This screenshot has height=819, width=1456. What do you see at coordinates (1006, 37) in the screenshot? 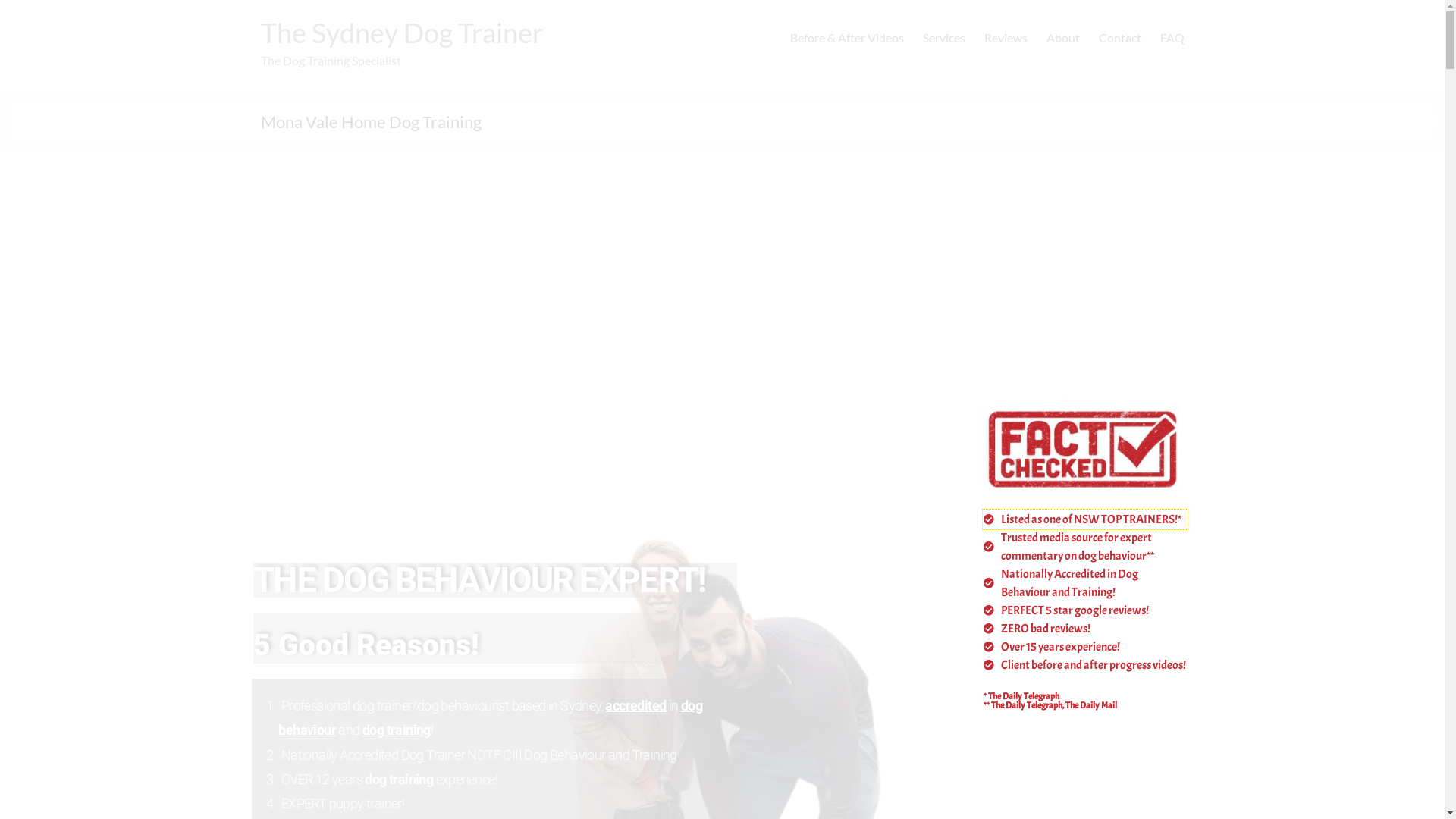
I see `'Reviews'` at bounding box center [1006, 37].